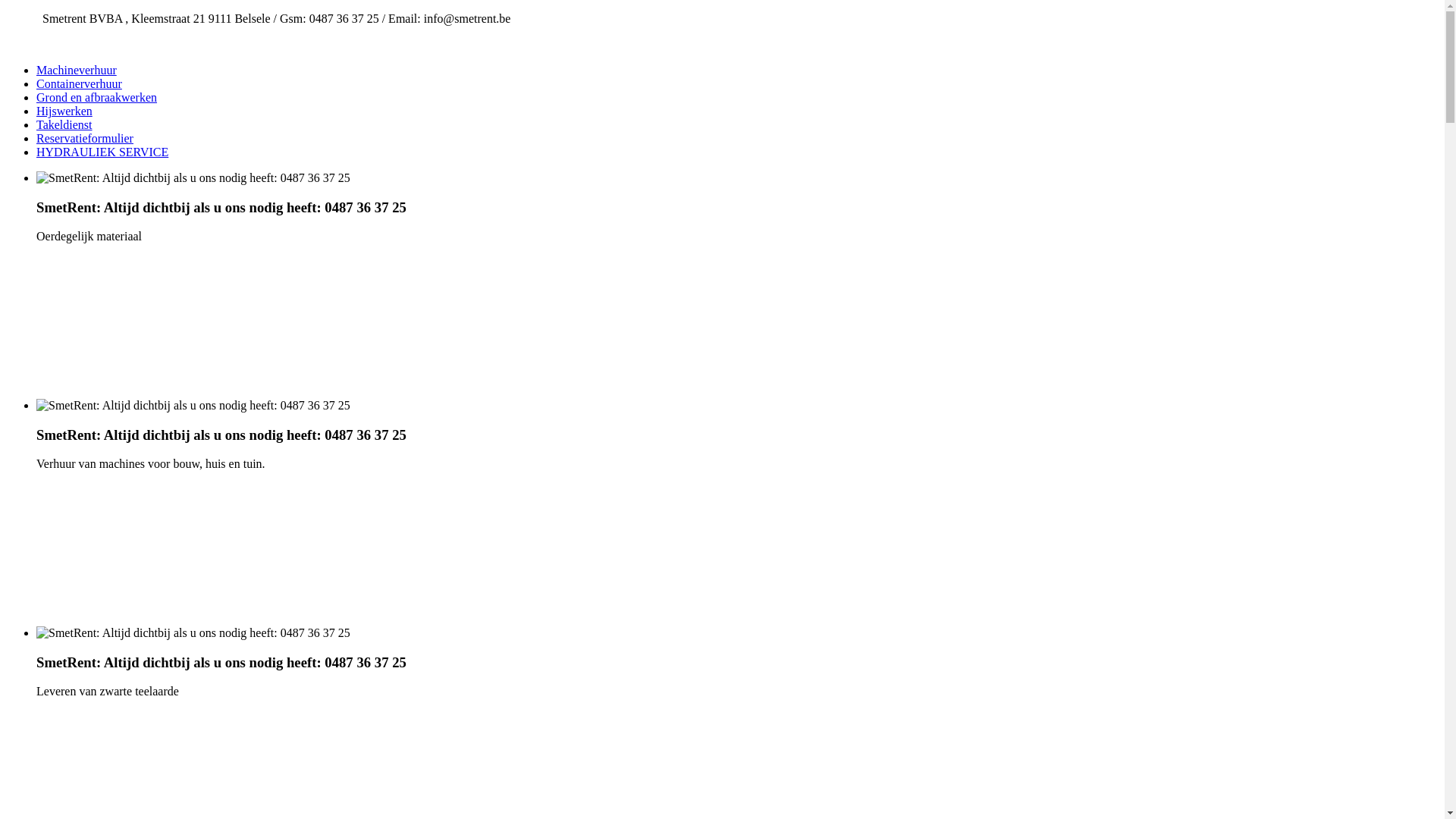  Describe the element at coordinates (96, 97) in the screenshot. I see `'Grond en afbraakwerken'` at that location.